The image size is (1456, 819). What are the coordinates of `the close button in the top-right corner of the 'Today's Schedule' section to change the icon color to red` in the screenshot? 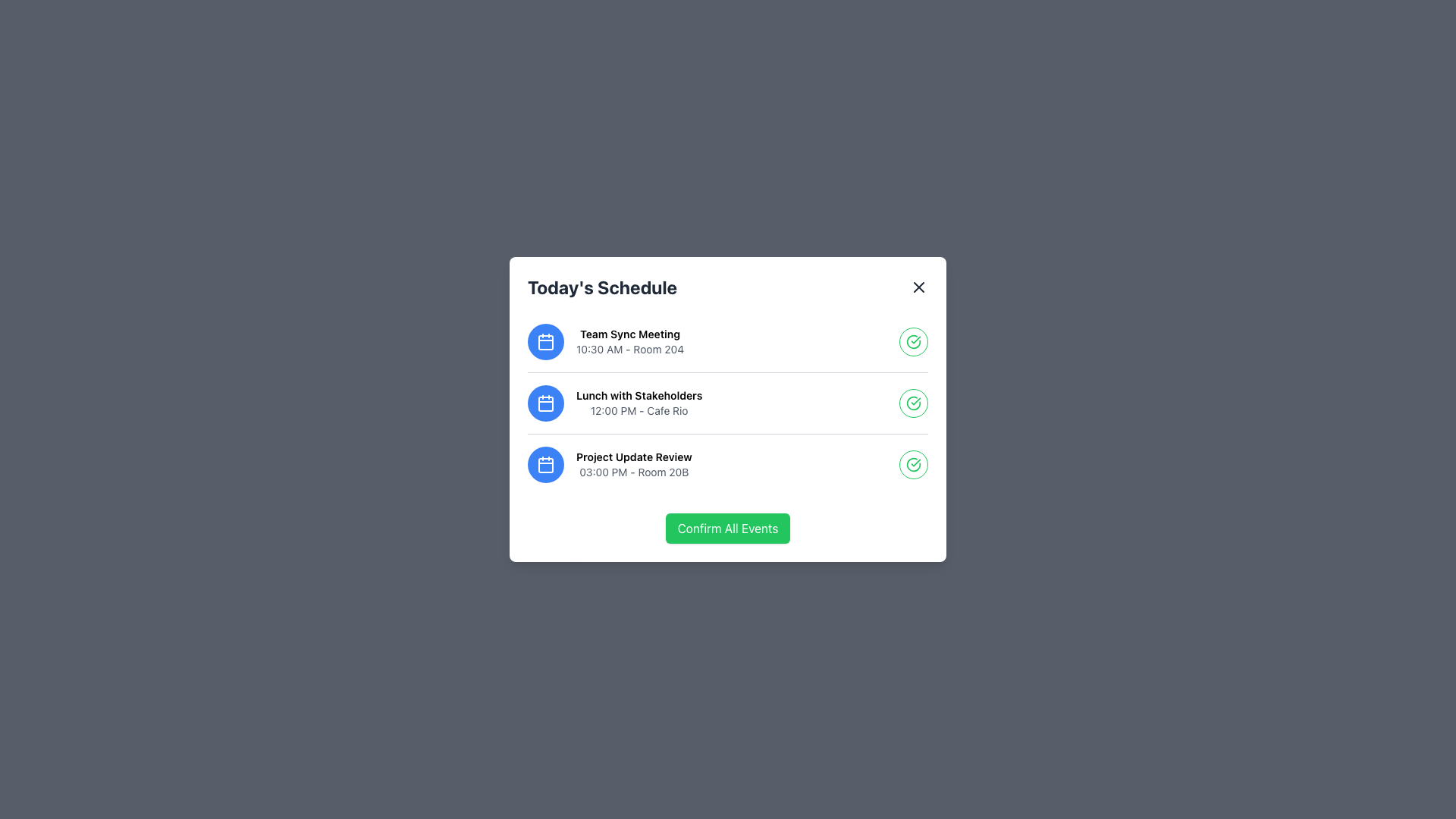 It's located at (918, 287).